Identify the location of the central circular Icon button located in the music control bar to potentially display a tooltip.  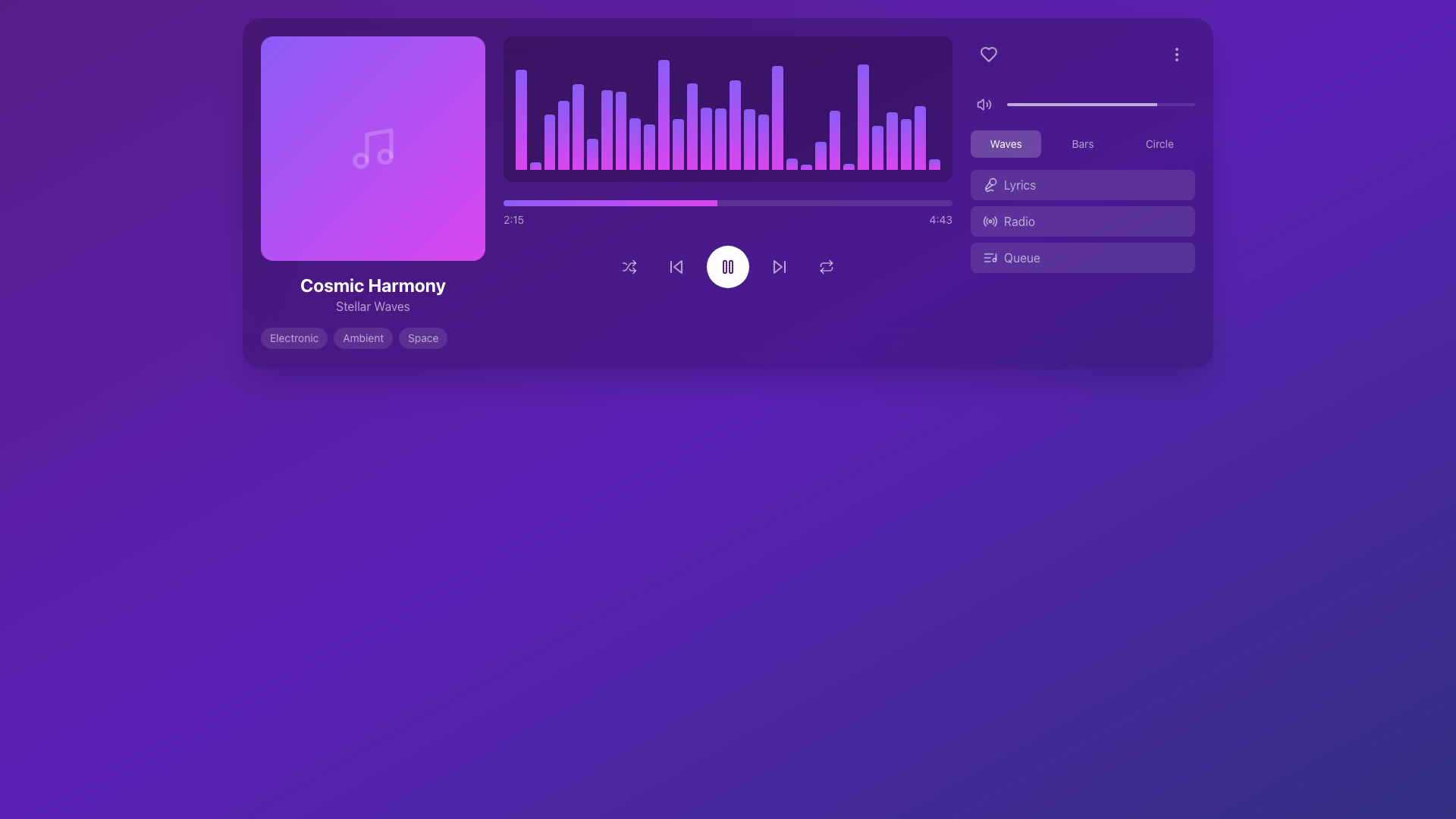
(728, 265).